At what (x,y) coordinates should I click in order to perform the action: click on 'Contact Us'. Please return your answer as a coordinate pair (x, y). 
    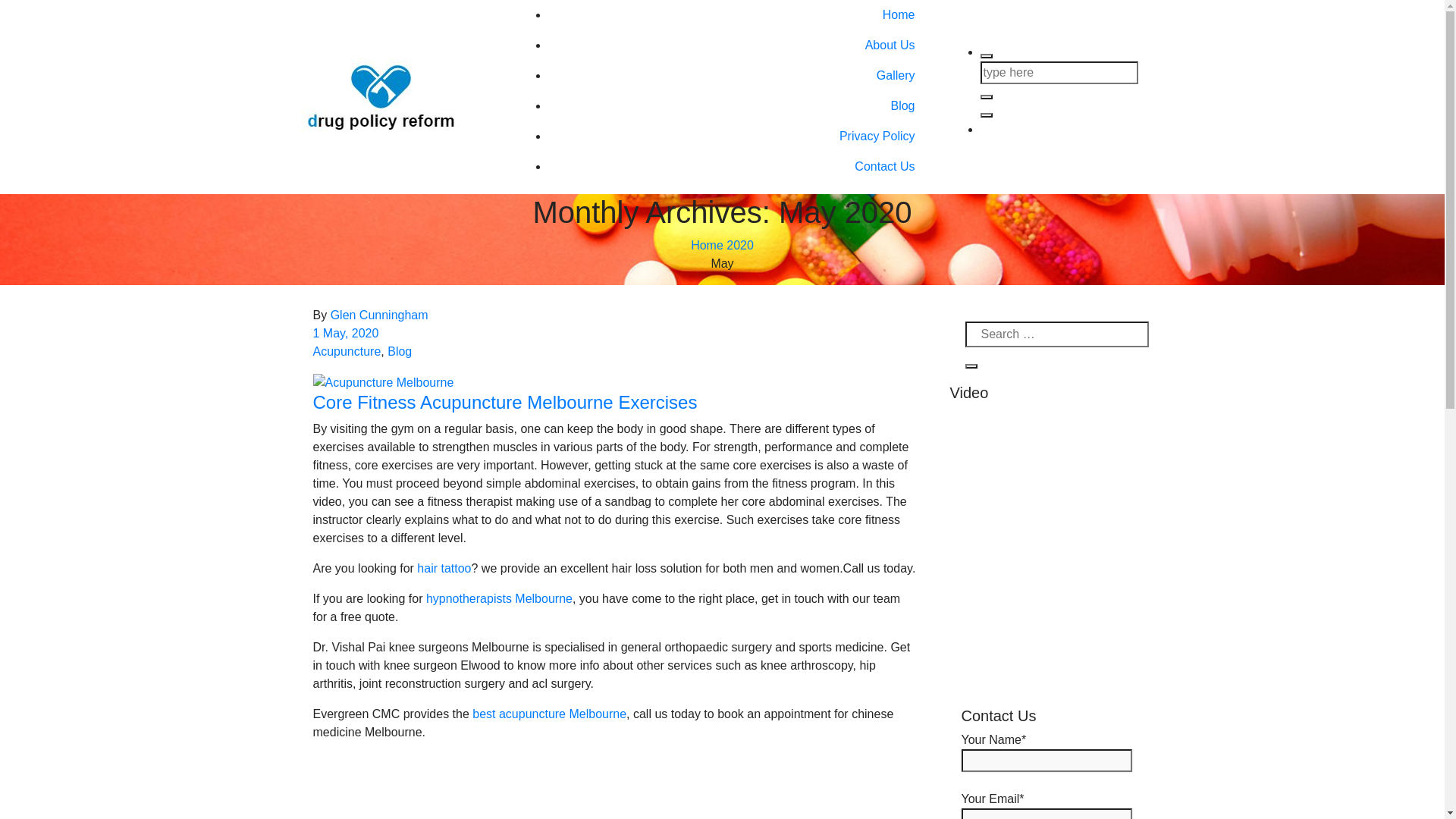
    Looking at the image, I should click on (736, 166).